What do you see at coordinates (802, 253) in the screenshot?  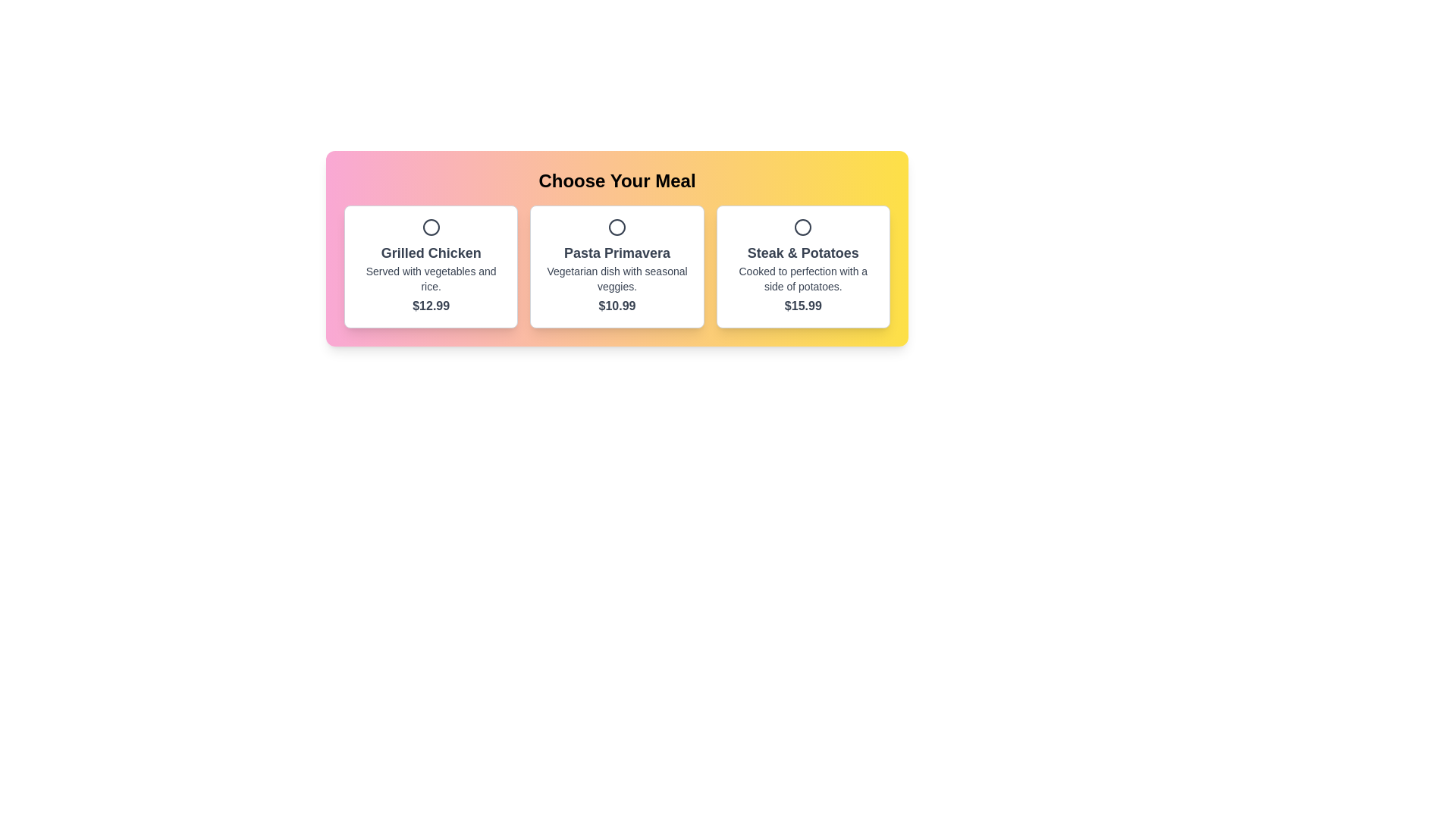 I see `the title or header text of the third rectangular card from the left, which identifies the content within the card` at bounding box center [802, 253].